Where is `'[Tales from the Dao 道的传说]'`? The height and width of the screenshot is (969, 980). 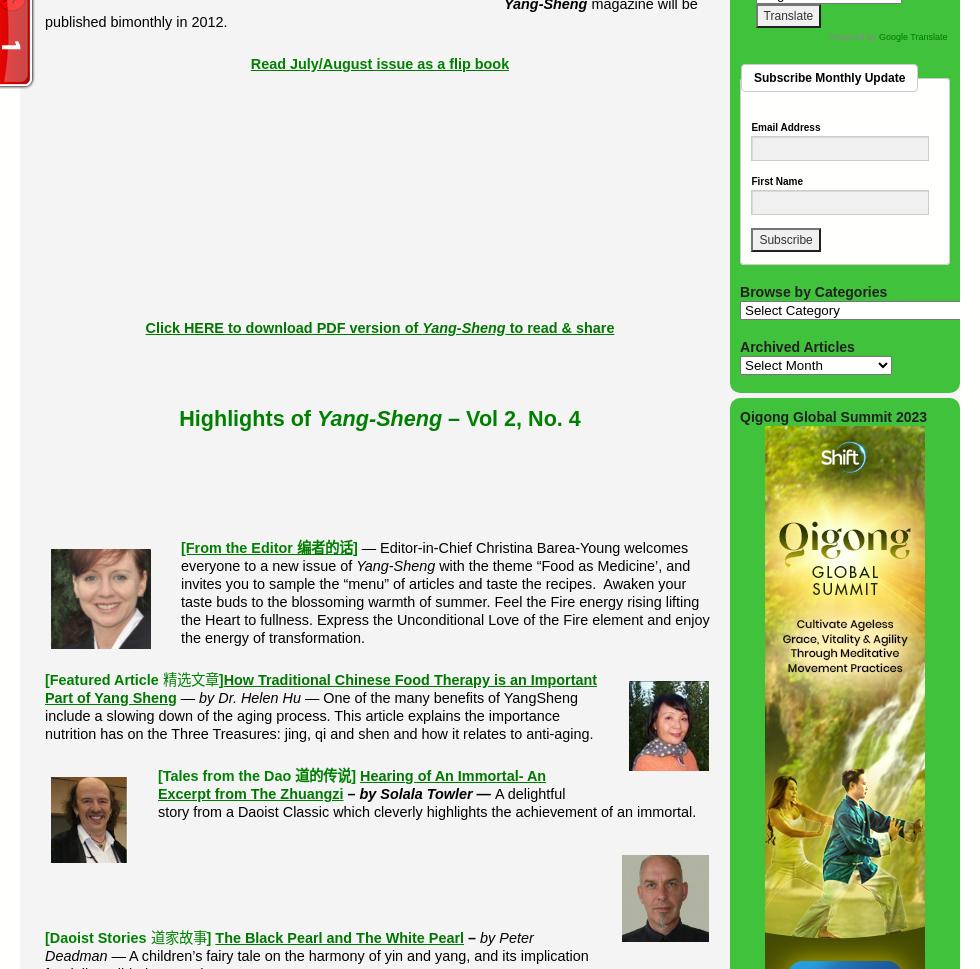 '[Tales from the Dao 道的传说]' is located at coordinates (256, 774).